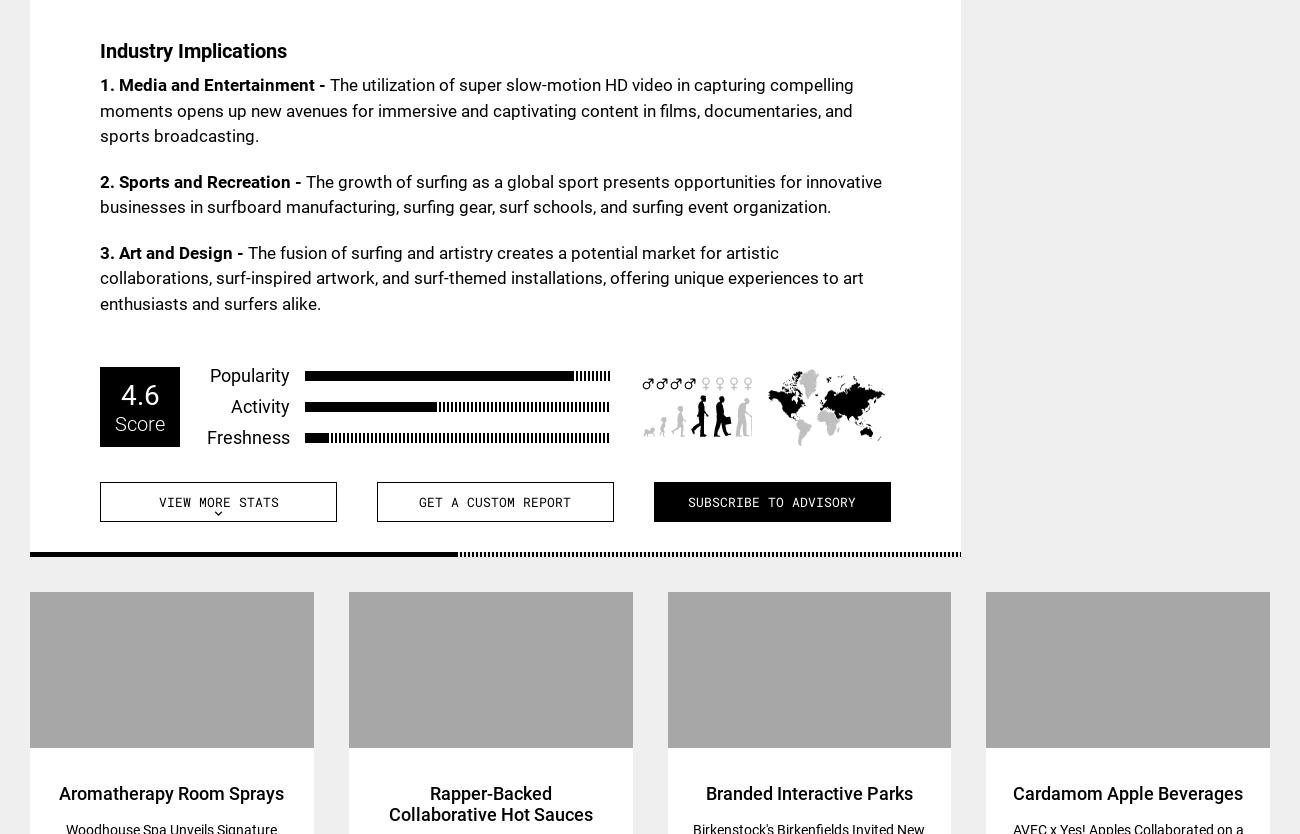 The width and height of the screenshot is (1300, 834). Describe the element at coordinates (173, 251) in the screenshot. I see `'3. Art and Design -'` at that location.